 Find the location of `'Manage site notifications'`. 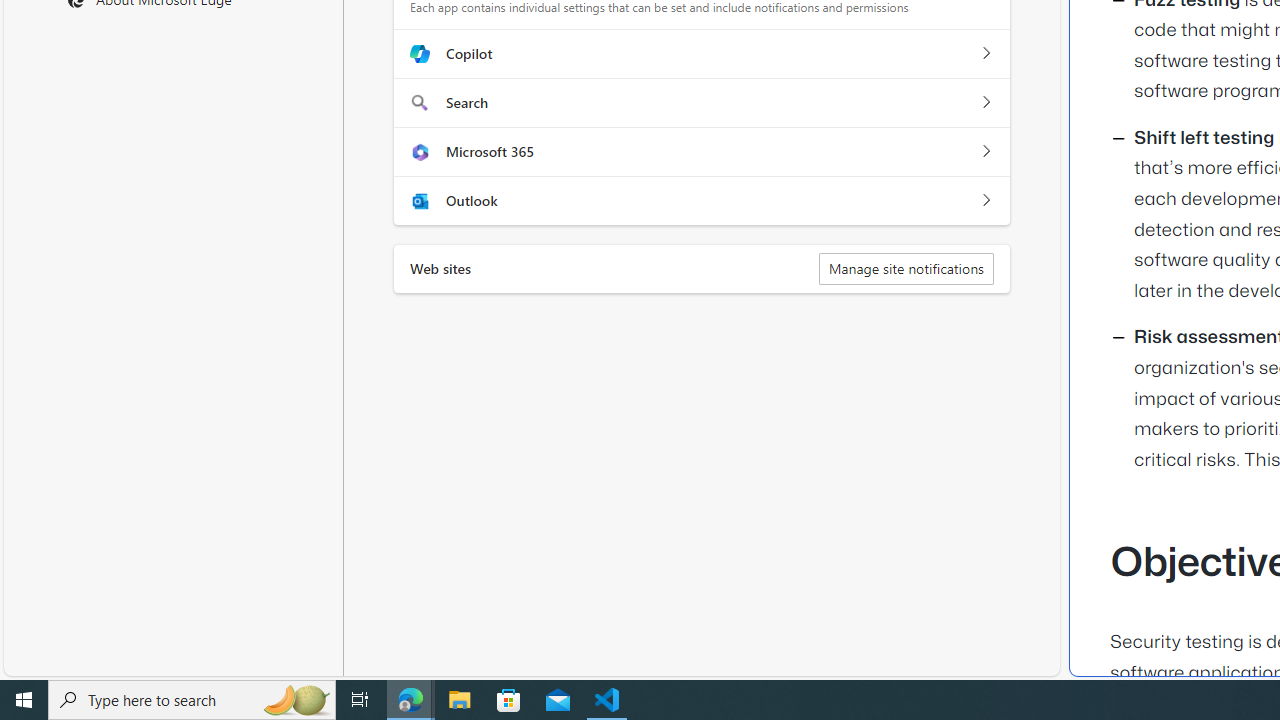

'Manage site notifications' is located at coordinates (905, 267).